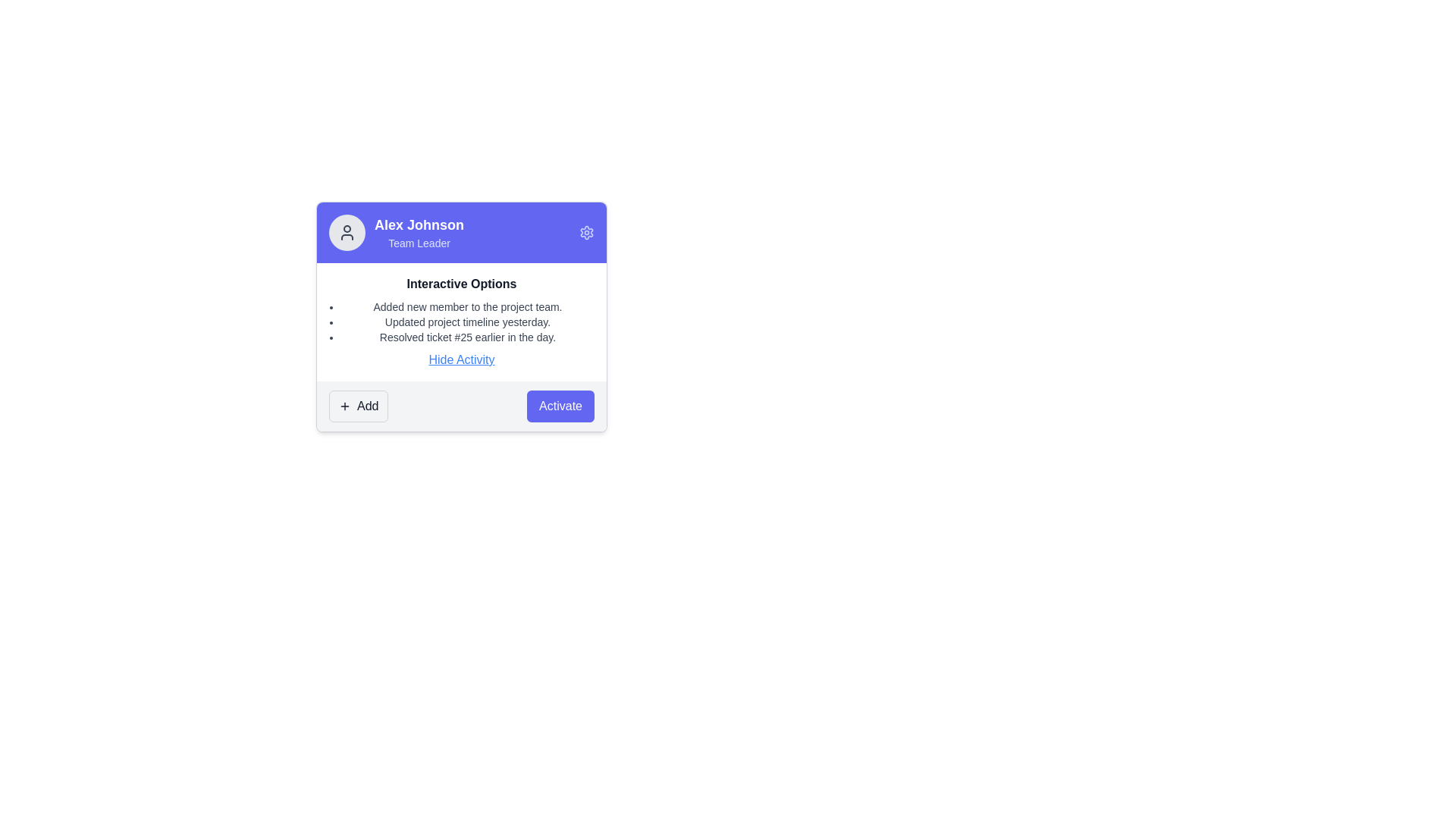 This screenshot has height=819, width=1456. I want to click on the circular user profile icon with a light gray background and black outline, located in the top-left corner of the card, next to the 'Alex Johnson' text, so click(346, 233).